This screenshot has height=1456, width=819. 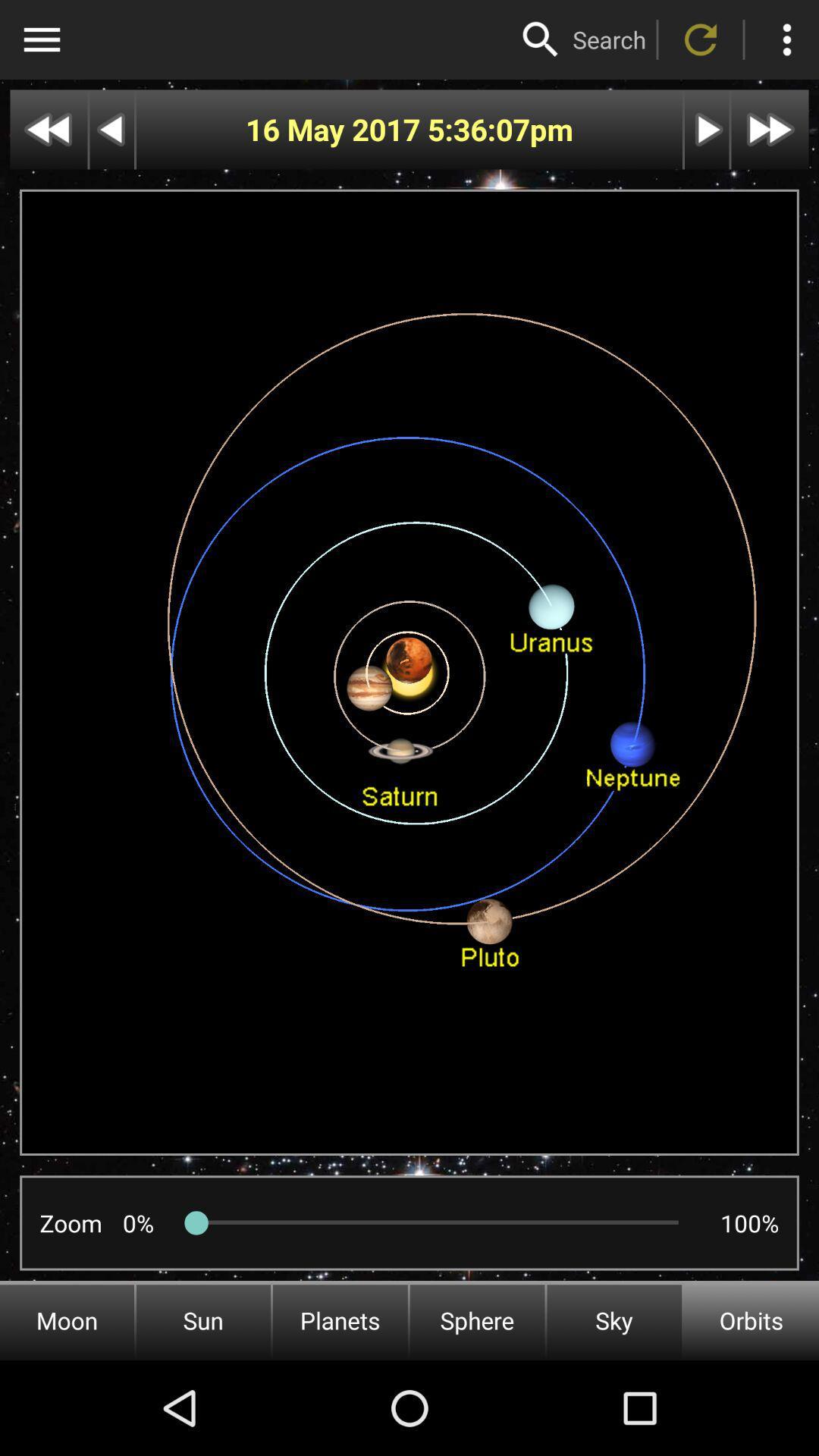 What do you see at coordinates (540, 39) in the screenshot?
I see `the icon above the 5:36:07 icon` at bounding box center [540, 39].